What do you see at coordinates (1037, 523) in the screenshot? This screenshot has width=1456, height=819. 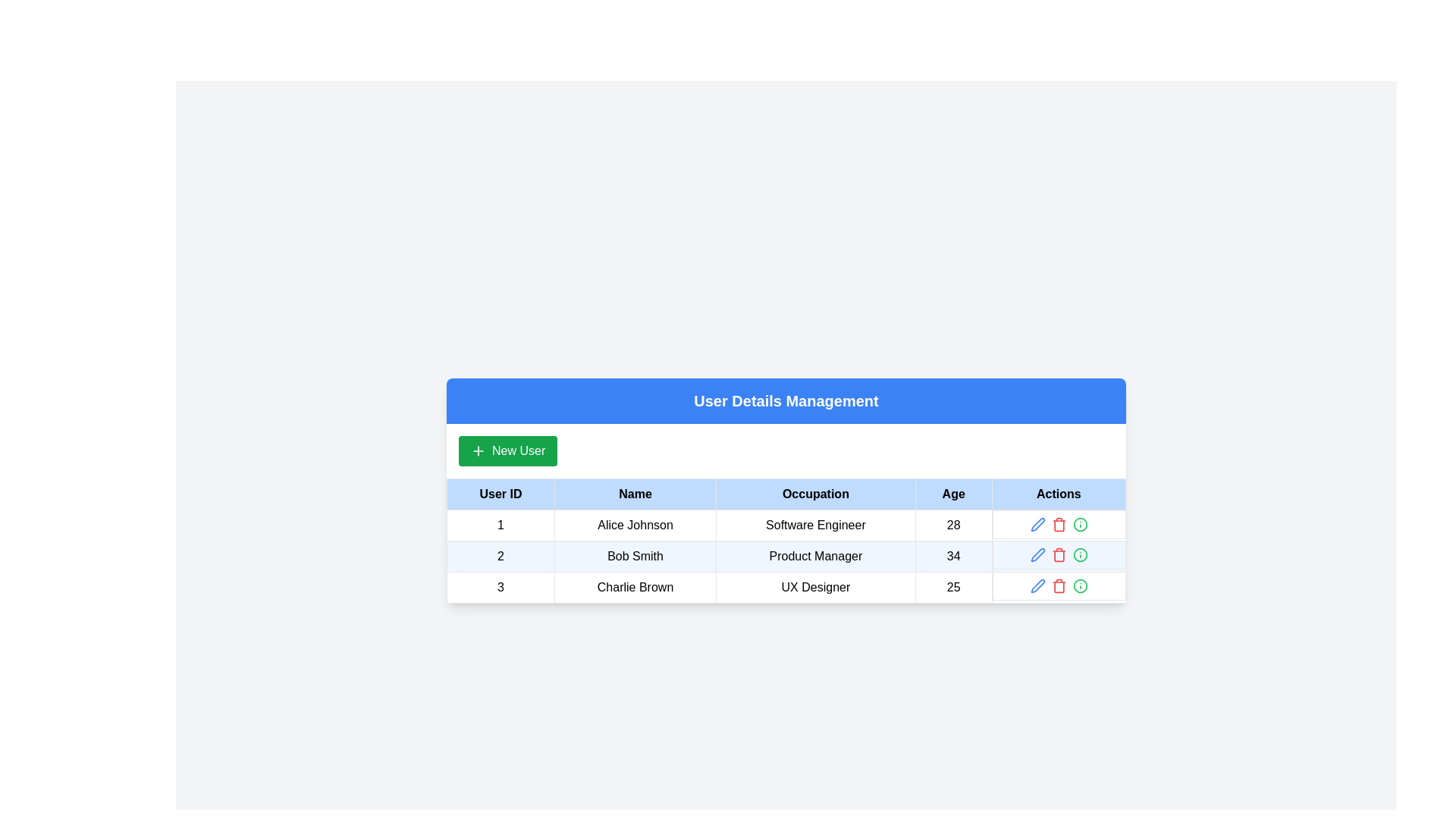 I see `the edit button in the 'Actions' column of the second row for user 'Bob Smith'` at bounding box center [1037, 523].